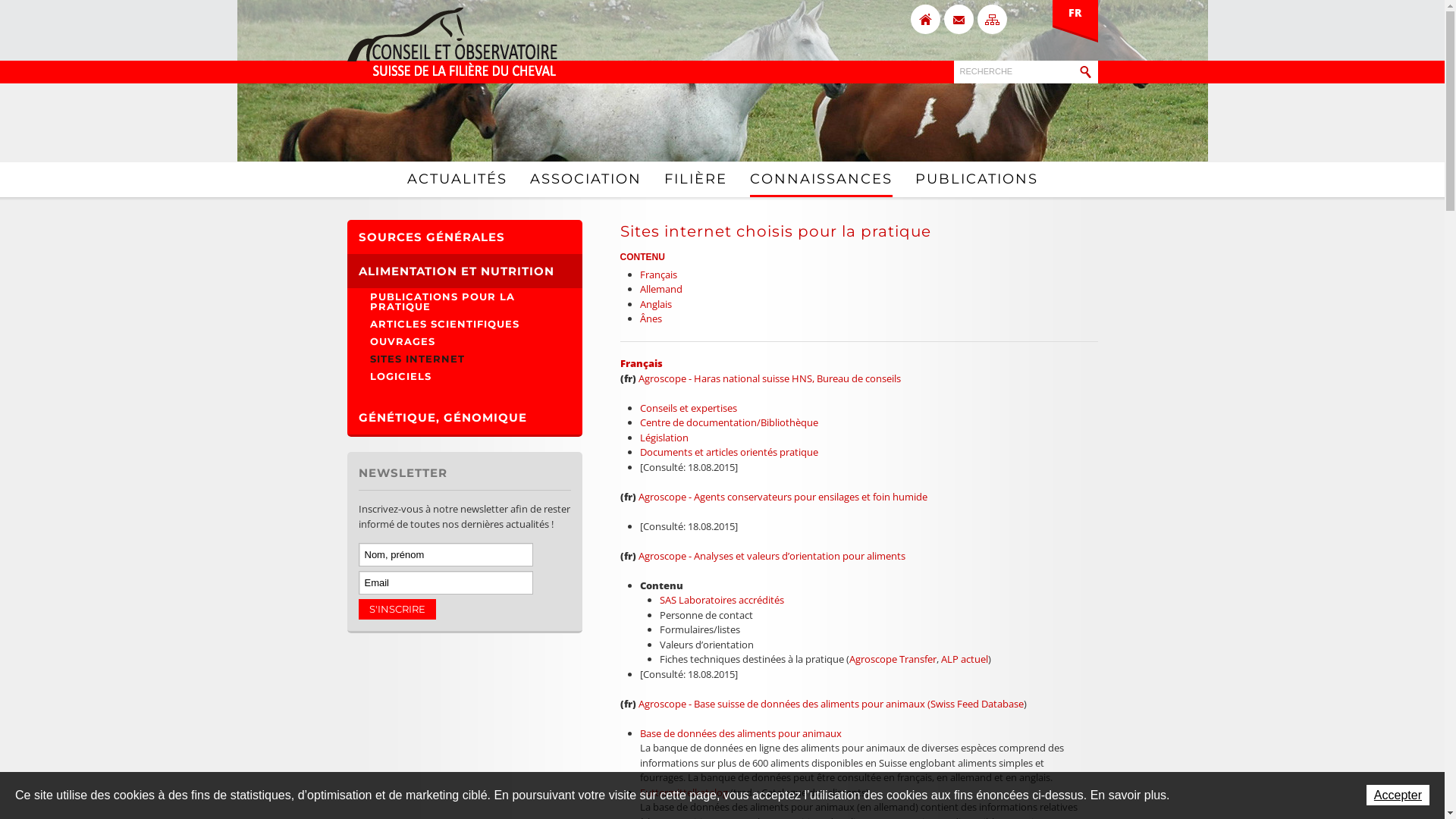 Image resolution: width=1456 pixels, height=819 pixels. What do you see at coordinates (1397, 794) in the screenshot?
I see `'Accepter'` at bounding box center [1397, 794].